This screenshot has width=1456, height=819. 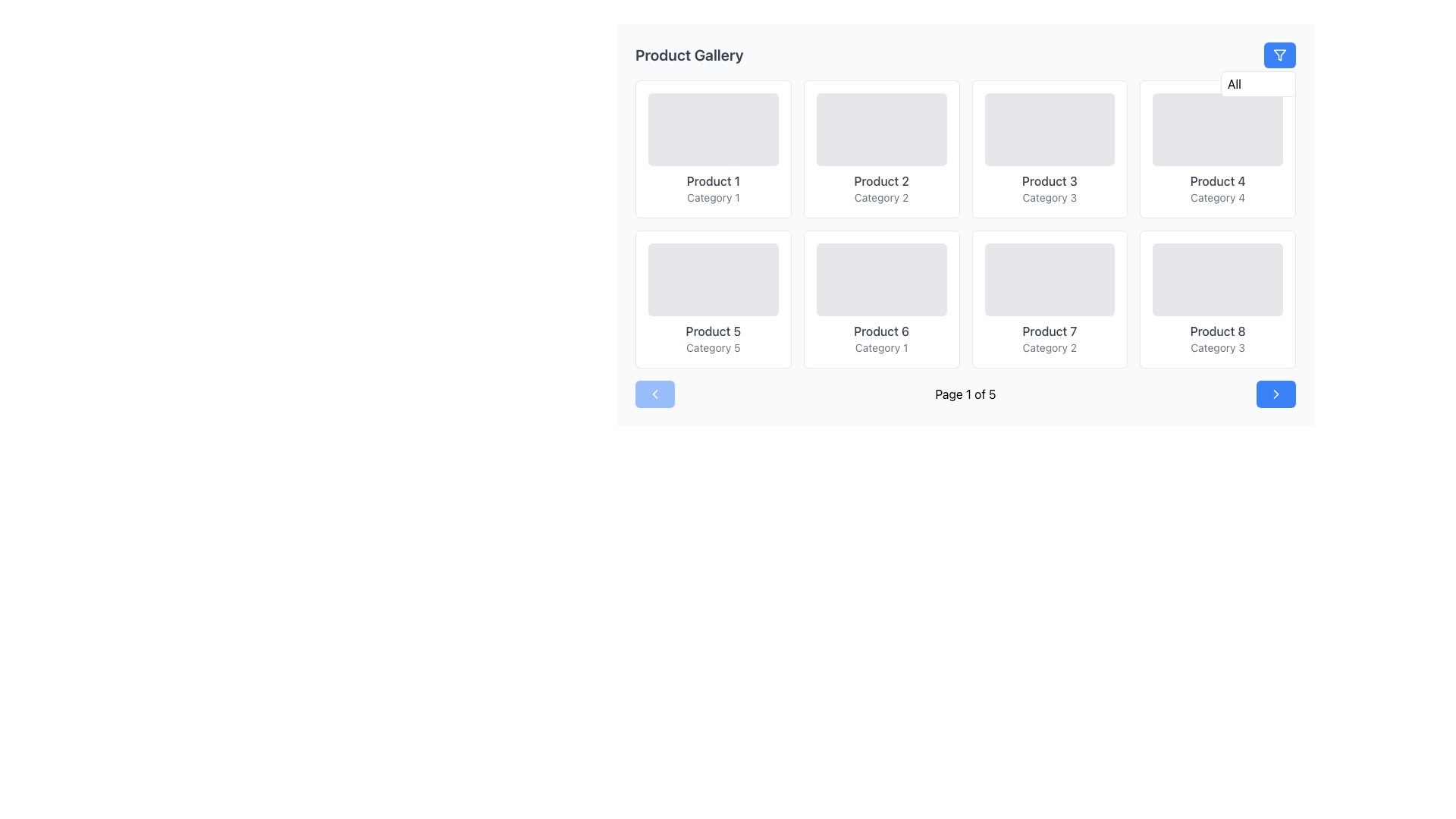 What do you see at coordinates (1276, 394) in the screenshot?
I see `the blue rounded button with a chevron-right icon` at bounding box center [1276, 394].